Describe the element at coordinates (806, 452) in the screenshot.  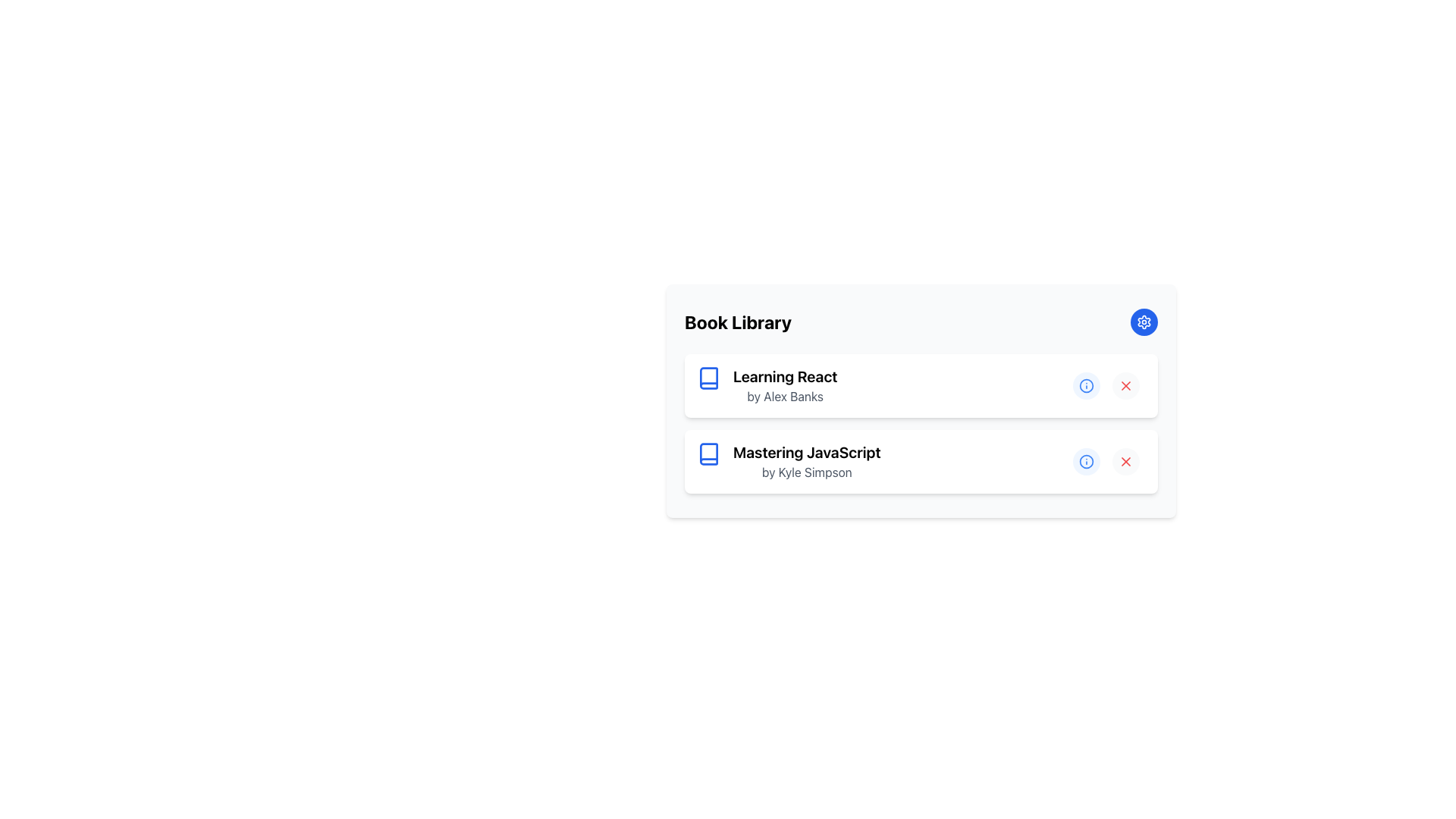
I see `the text label displaying 'Mastering JavaScript', which is a prominent title located above the author's name, 'by Kyle Simpson'` at that location.